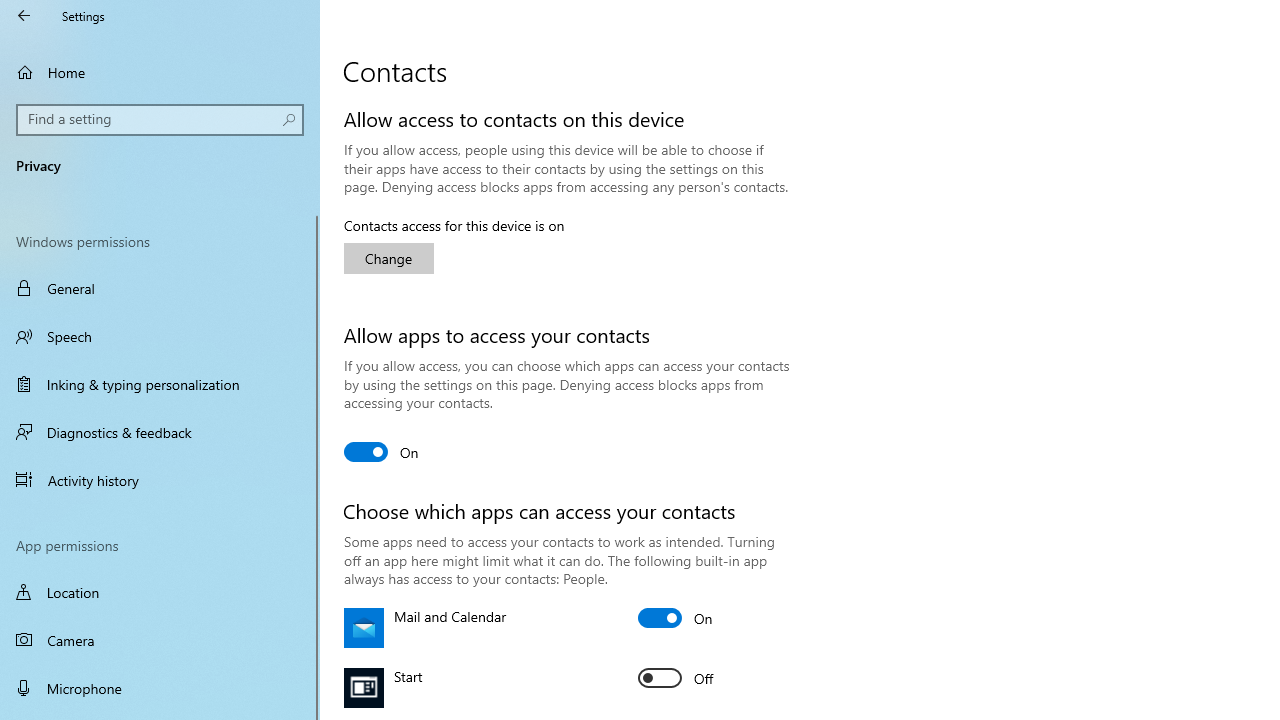  What do you see at coordinates (160, 384) in the screenshot?
I see `'Inking & typing personalization'` at bounding box center [160, 384].